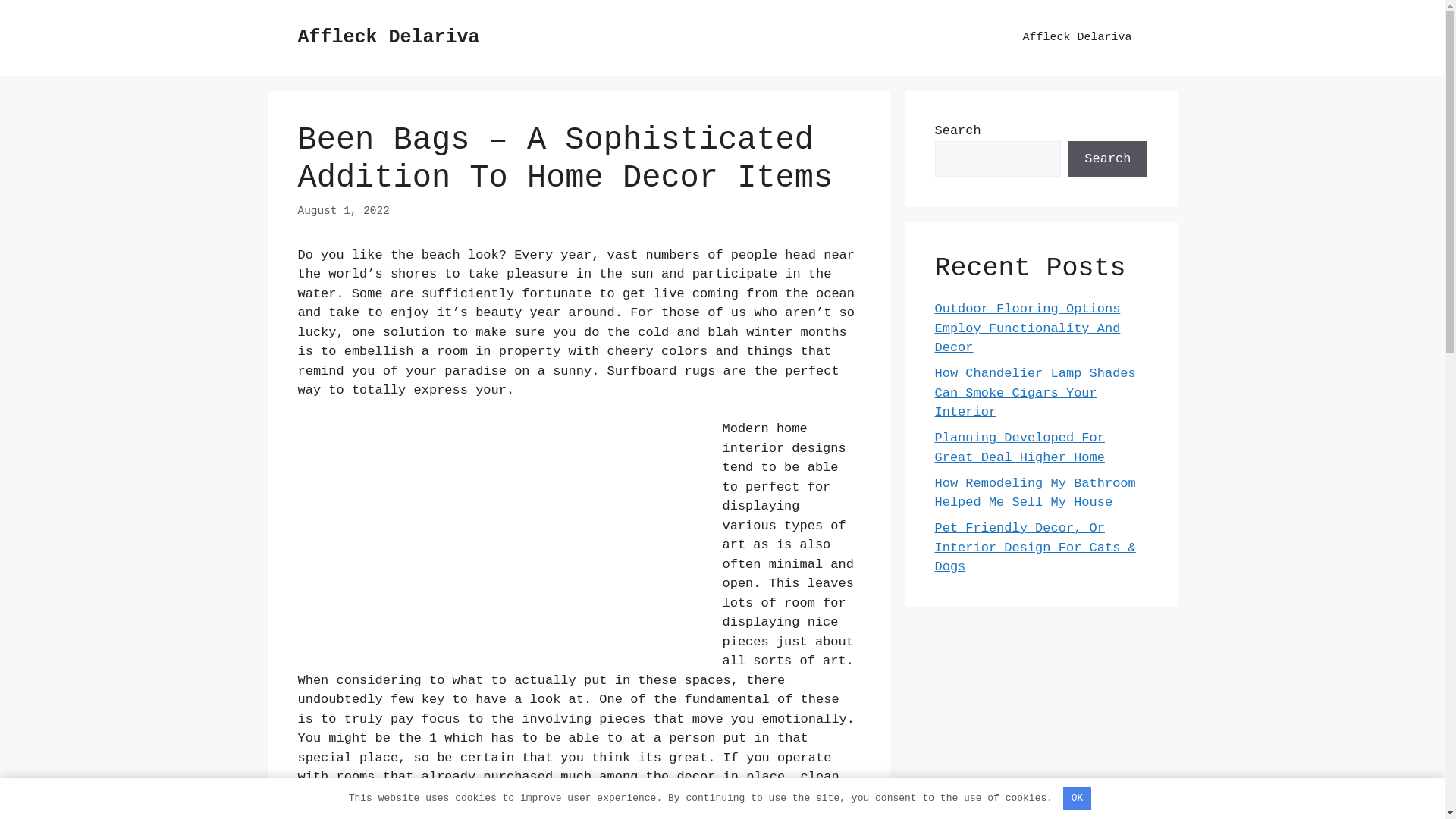  What do you see at coordinates (1107, 158) in the screenshot?
I see `'Search'` at bounding box center [1107, 158].